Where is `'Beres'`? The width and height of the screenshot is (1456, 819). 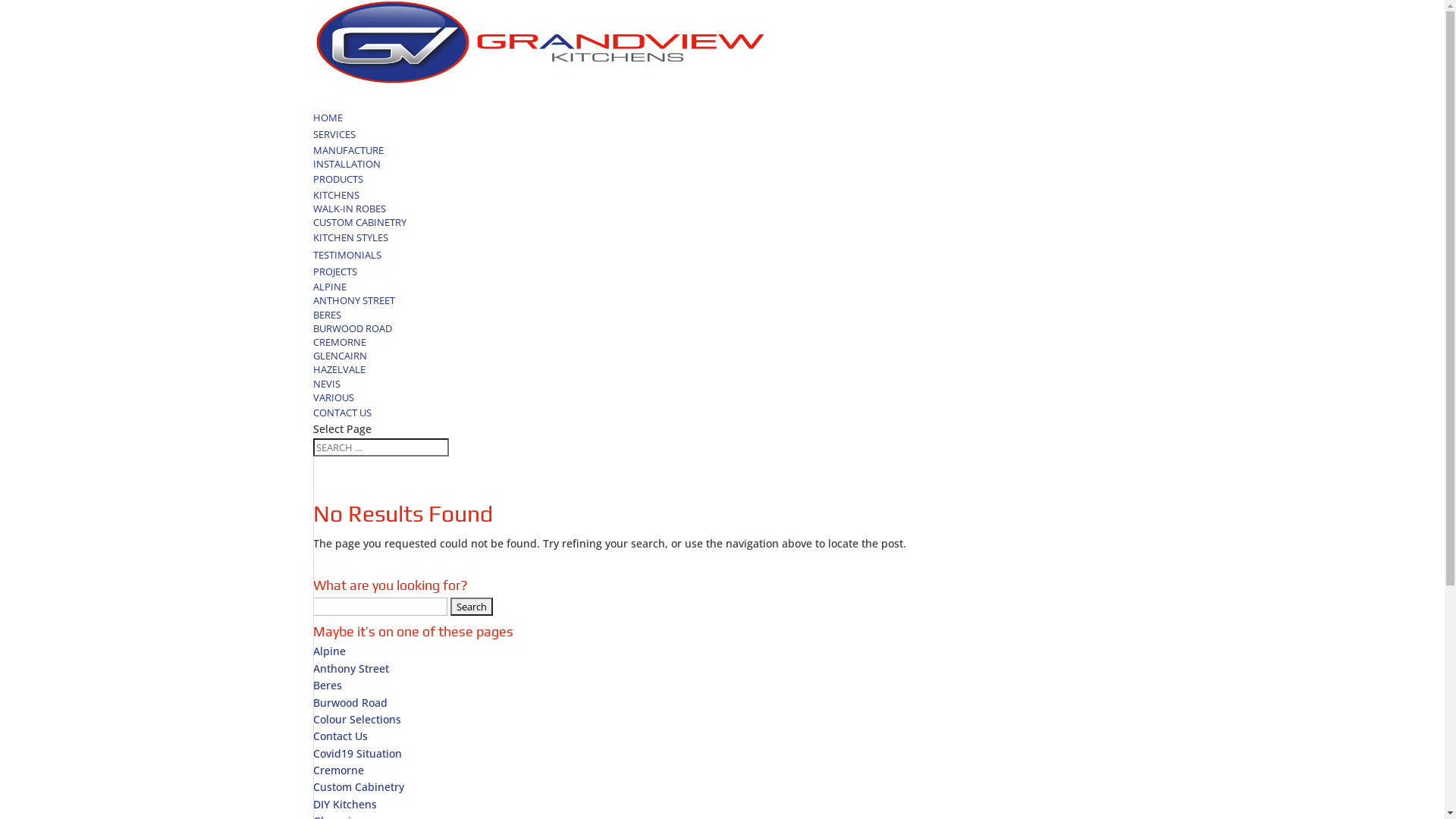
'Beres' is located at coordinates (326, 685).